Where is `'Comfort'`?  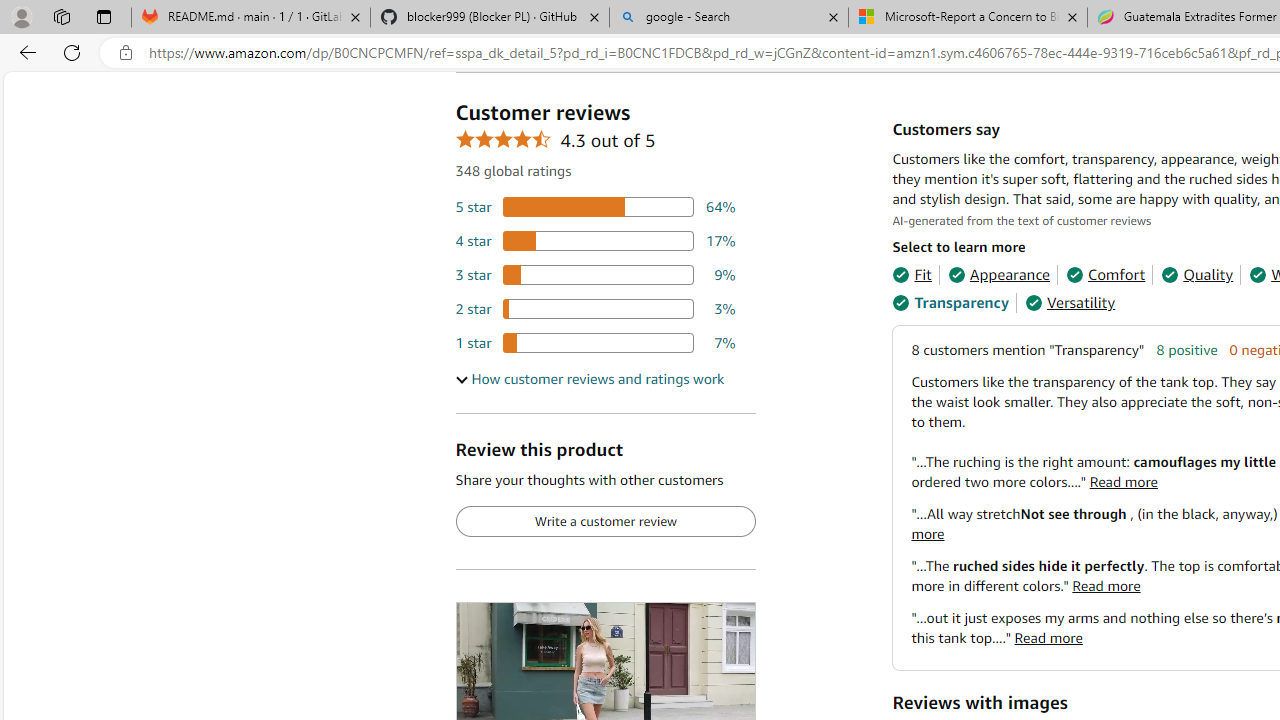 'Comfort' is located at coordinates (1104, 275).